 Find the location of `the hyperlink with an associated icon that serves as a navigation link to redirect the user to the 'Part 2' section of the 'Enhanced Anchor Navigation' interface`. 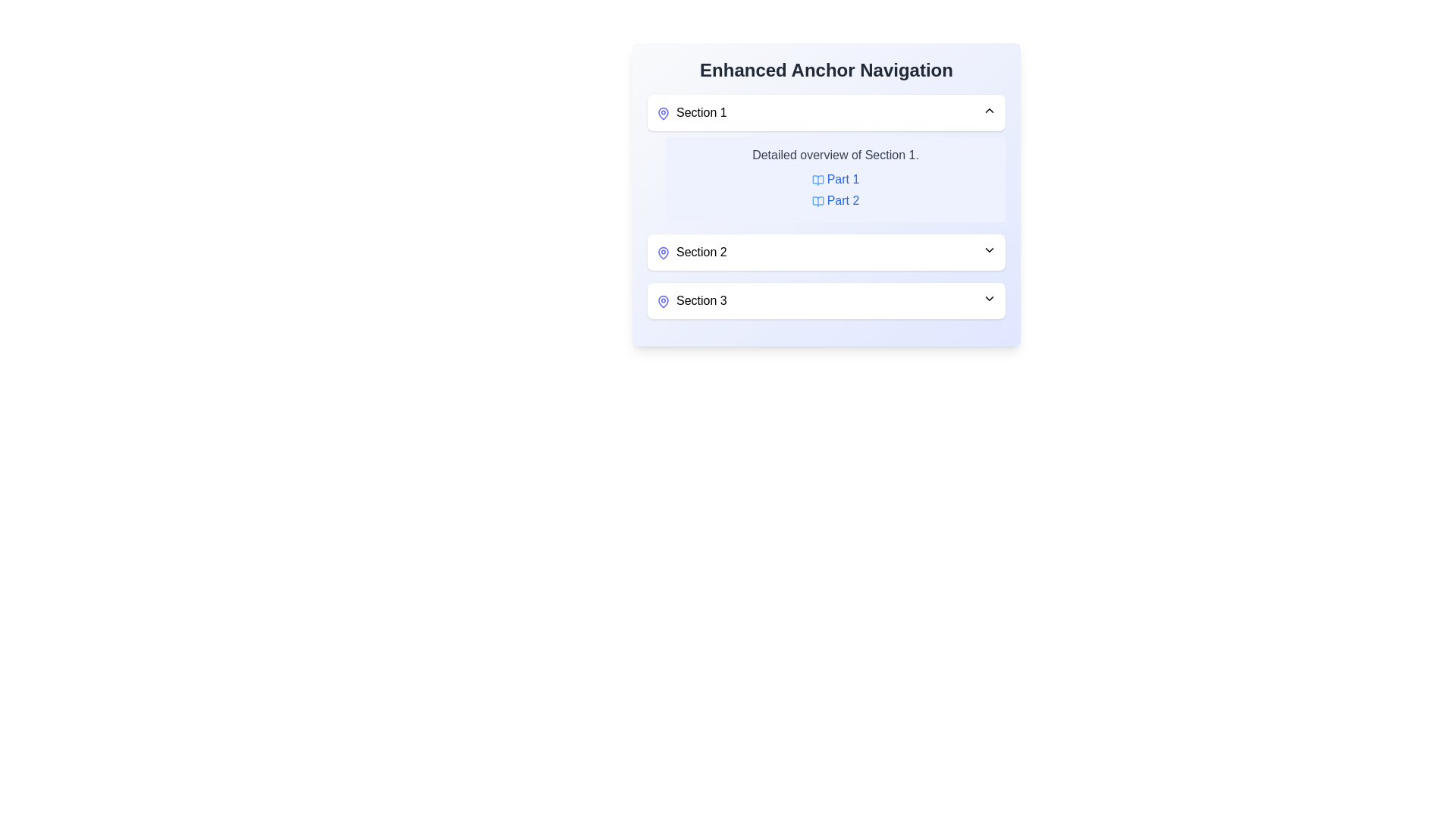

the hyperlink with an associated icon that serves as a navigation link to redirect the user to the 'Part 2' section of the 'Enhanced Anchor Navigation' interface is located at coordinates (835, 200).